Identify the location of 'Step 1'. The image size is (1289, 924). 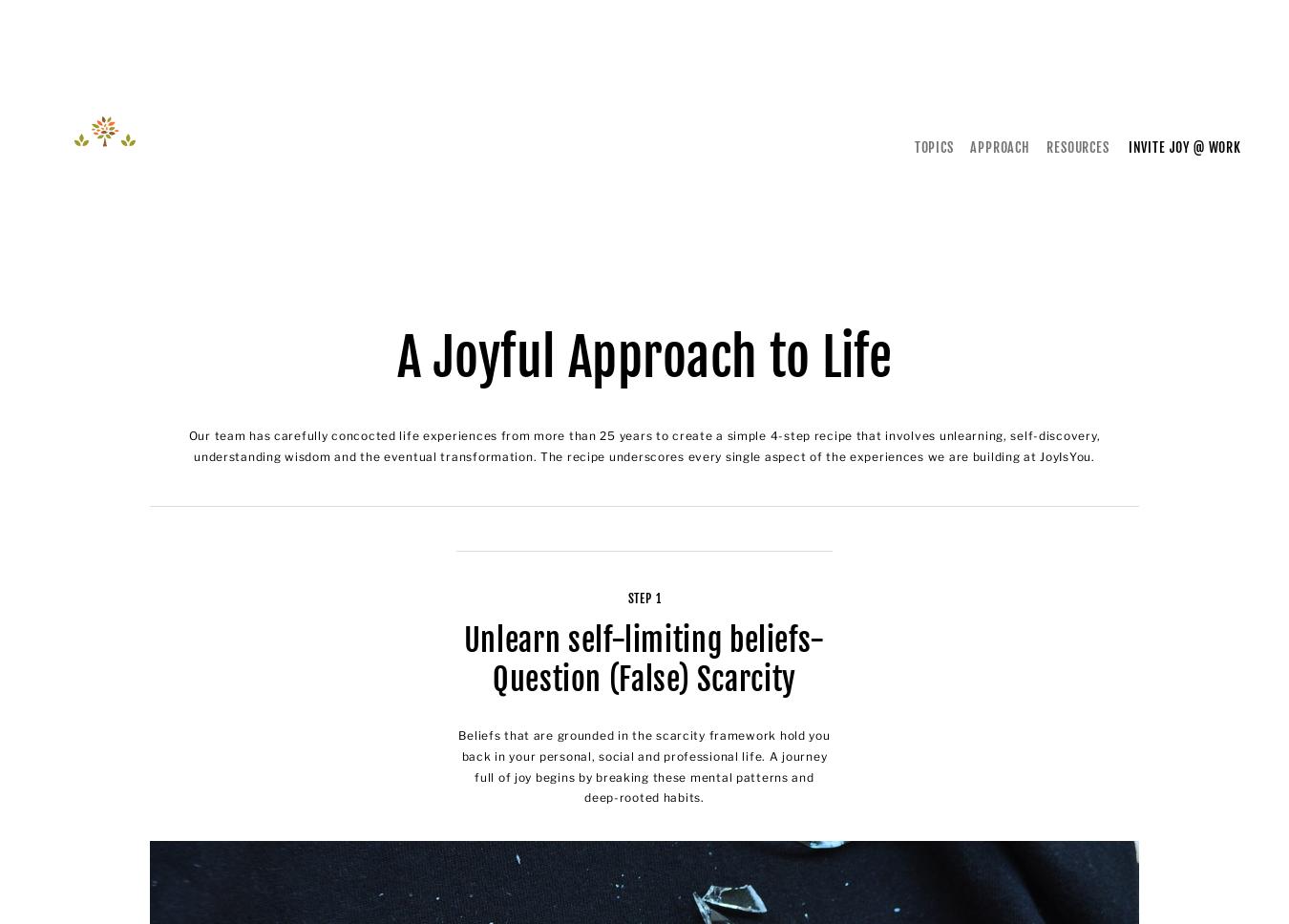
(644, 597).